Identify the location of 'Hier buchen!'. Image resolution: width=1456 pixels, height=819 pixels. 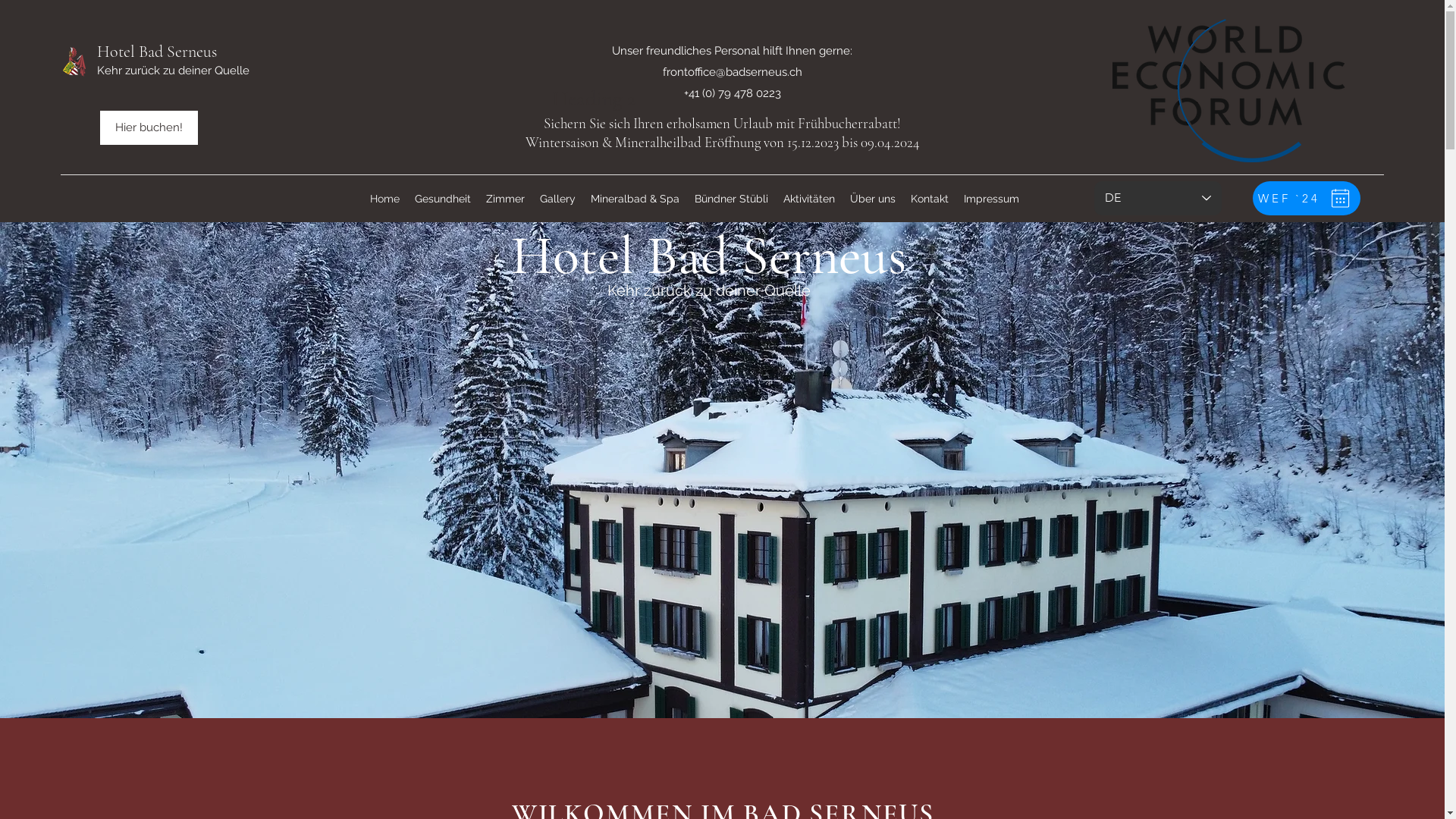
(149, 127).